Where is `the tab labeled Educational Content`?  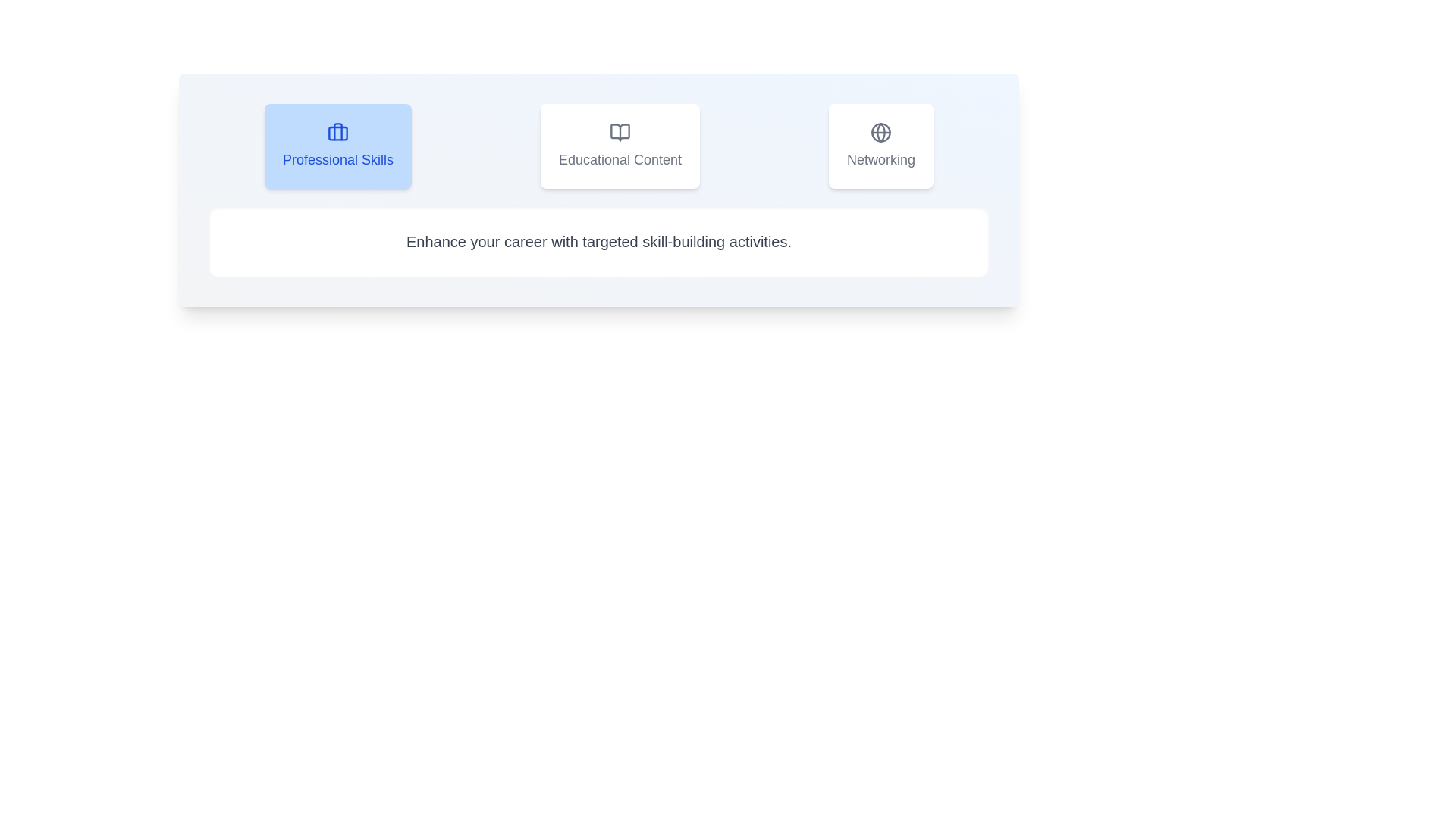 the tab labeled Educational Content is located at coordinates (620, 146).